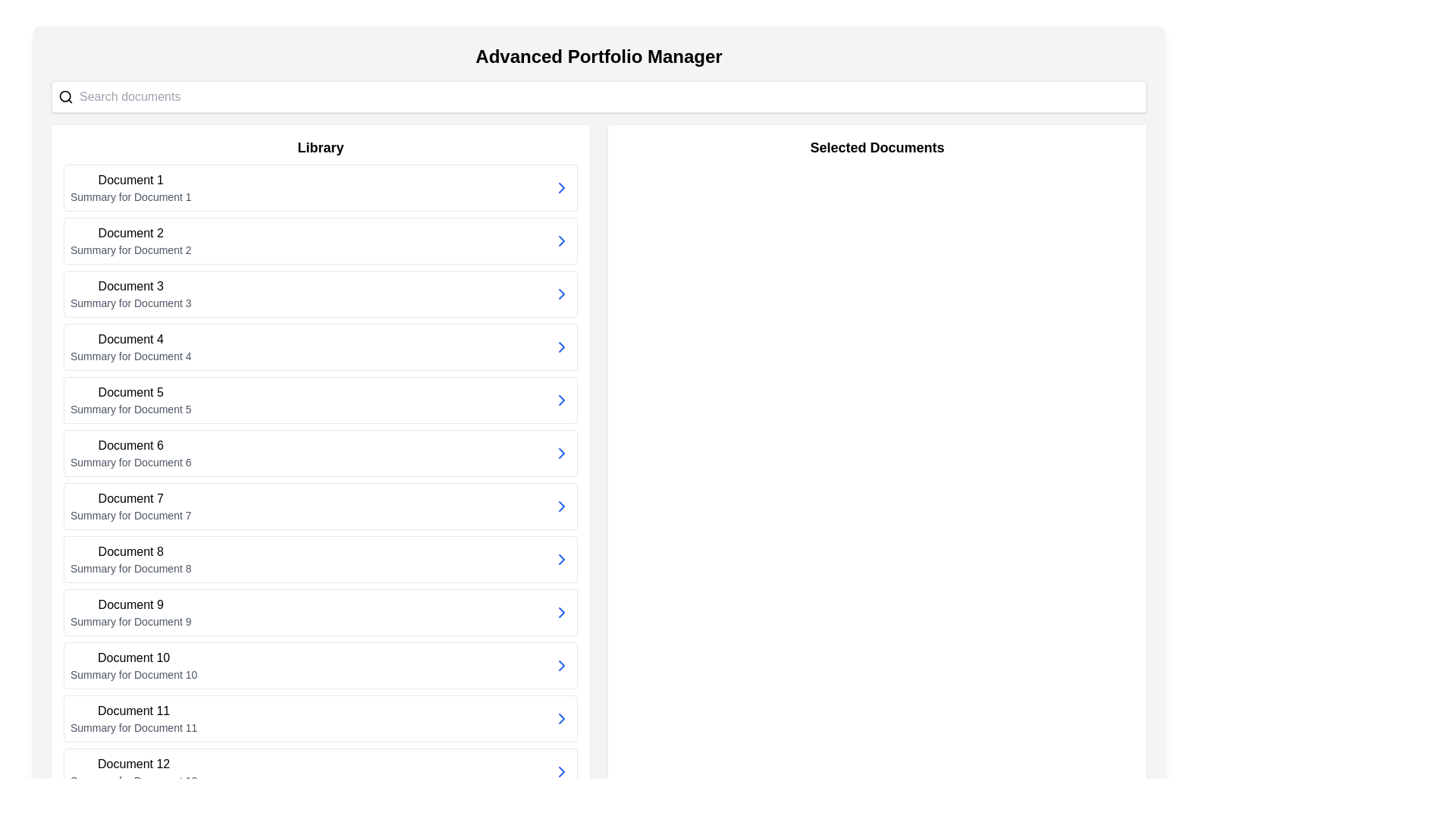  Describe the element at coordinates (130, 622) in the screenshot. I see `the text label displaying 'Summary for Document 9', which is located beneath the heading 'Document 9' in a card-like group` at that location.